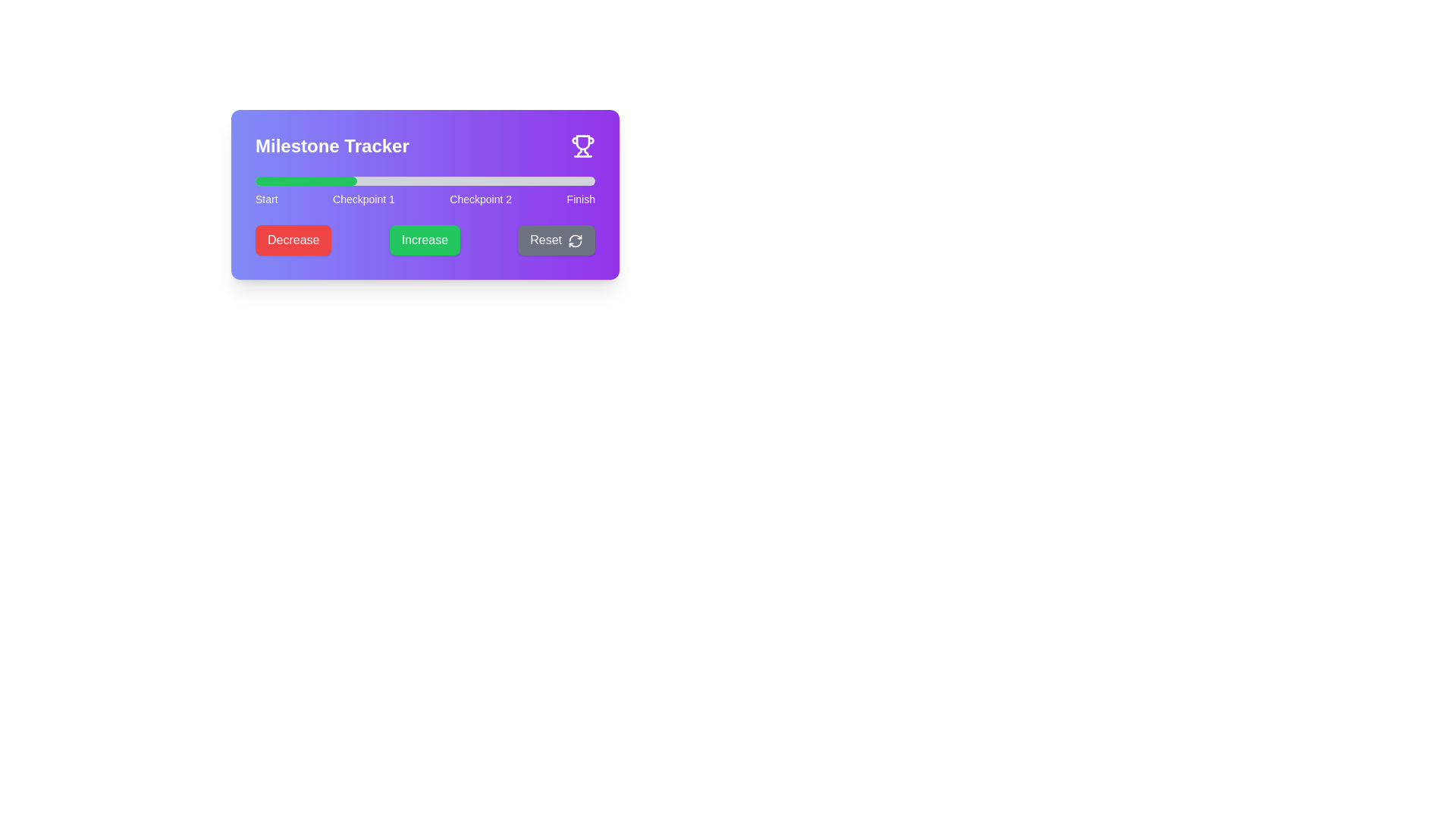 This screenshot has height=819, width=1456. I want to click on the leftmost button labeled 'Decrease' to observe any hover effects, so click(293, 239).